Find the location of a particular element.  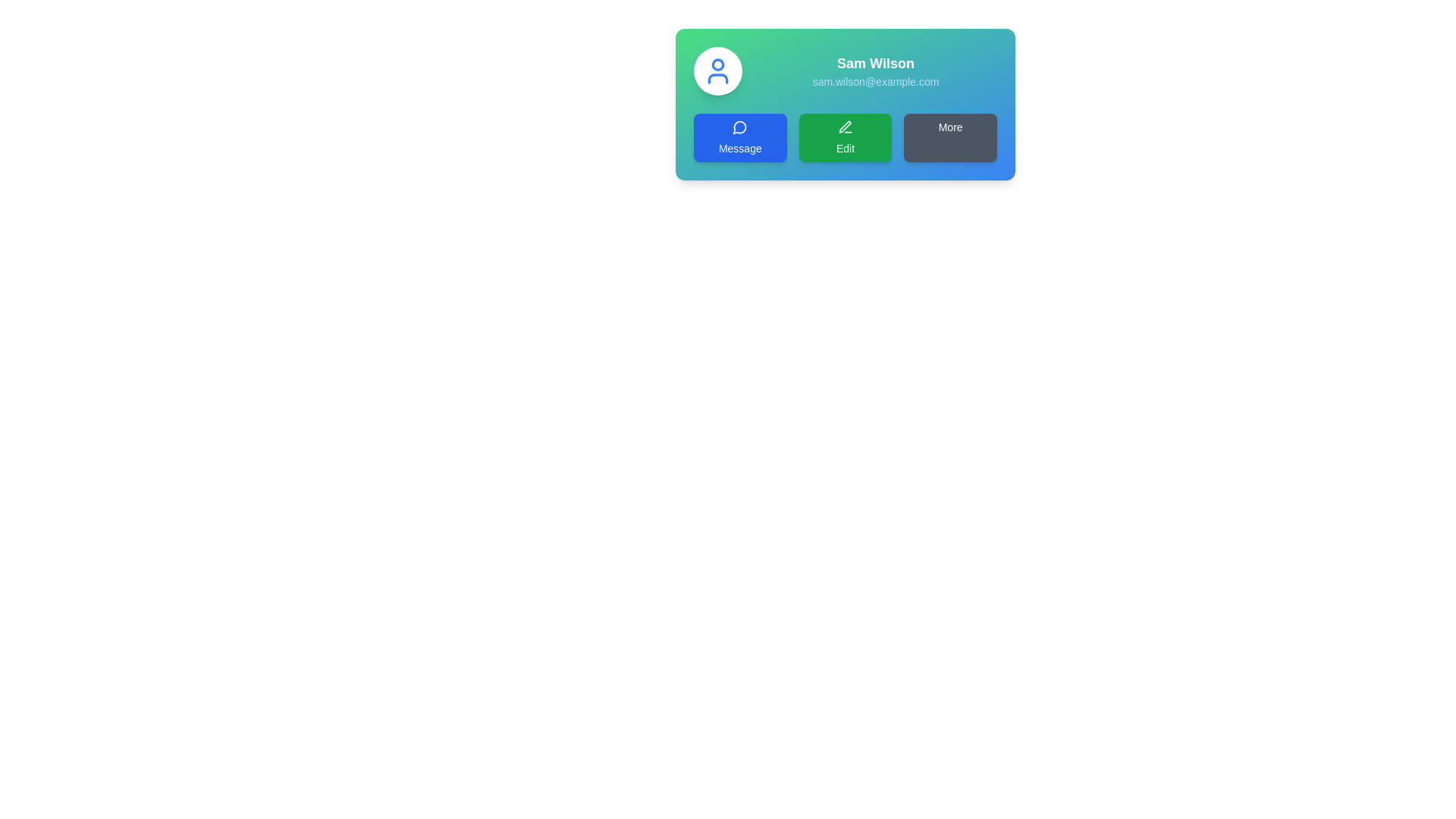

text element labeled 'Message' which is displayed in white over a blue rounded button, located towards the bottom center of the button is located at coordinates (740, 149).